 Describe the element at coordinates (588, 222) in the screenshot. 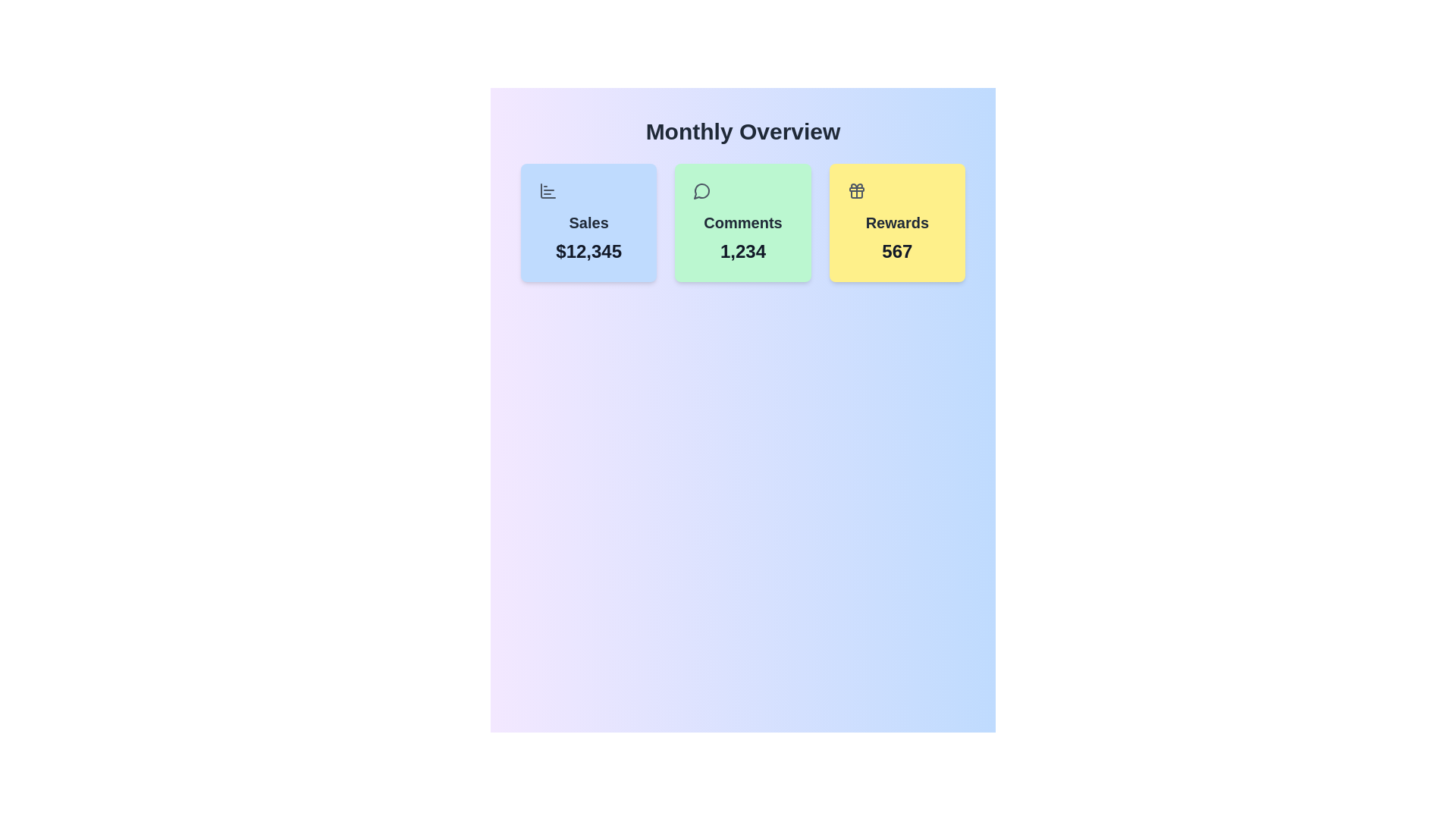

I see `displayed values from the informational summary element that shows the 'Sales' label and the corresponding financial data ('$12,345')` at that location.